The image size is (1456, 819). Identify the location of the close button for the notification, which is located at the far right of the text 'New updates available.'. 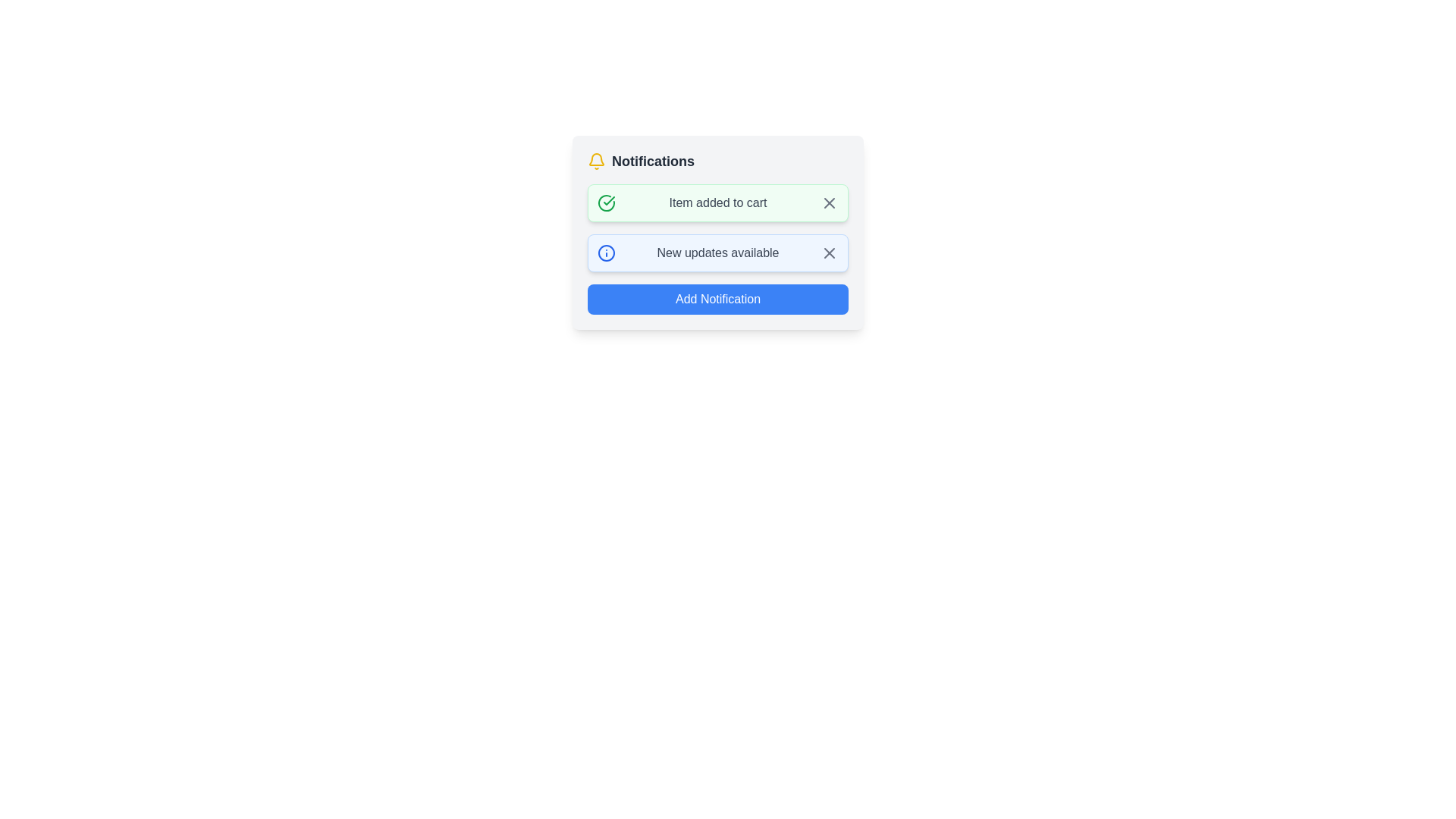
(829, 253).